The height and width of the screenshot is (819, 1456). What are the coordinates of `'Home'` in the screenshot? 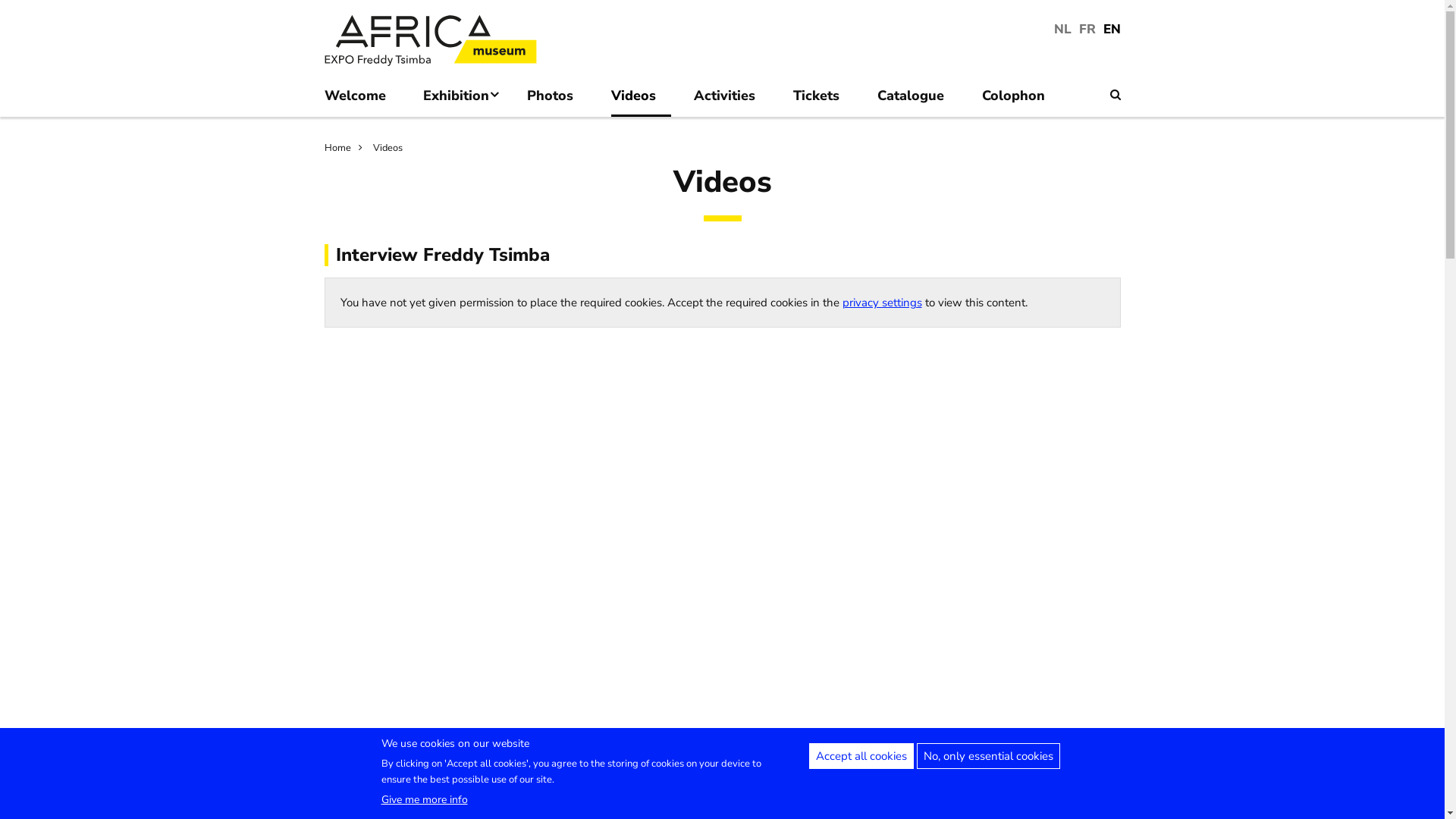 It's located at (346, 148).